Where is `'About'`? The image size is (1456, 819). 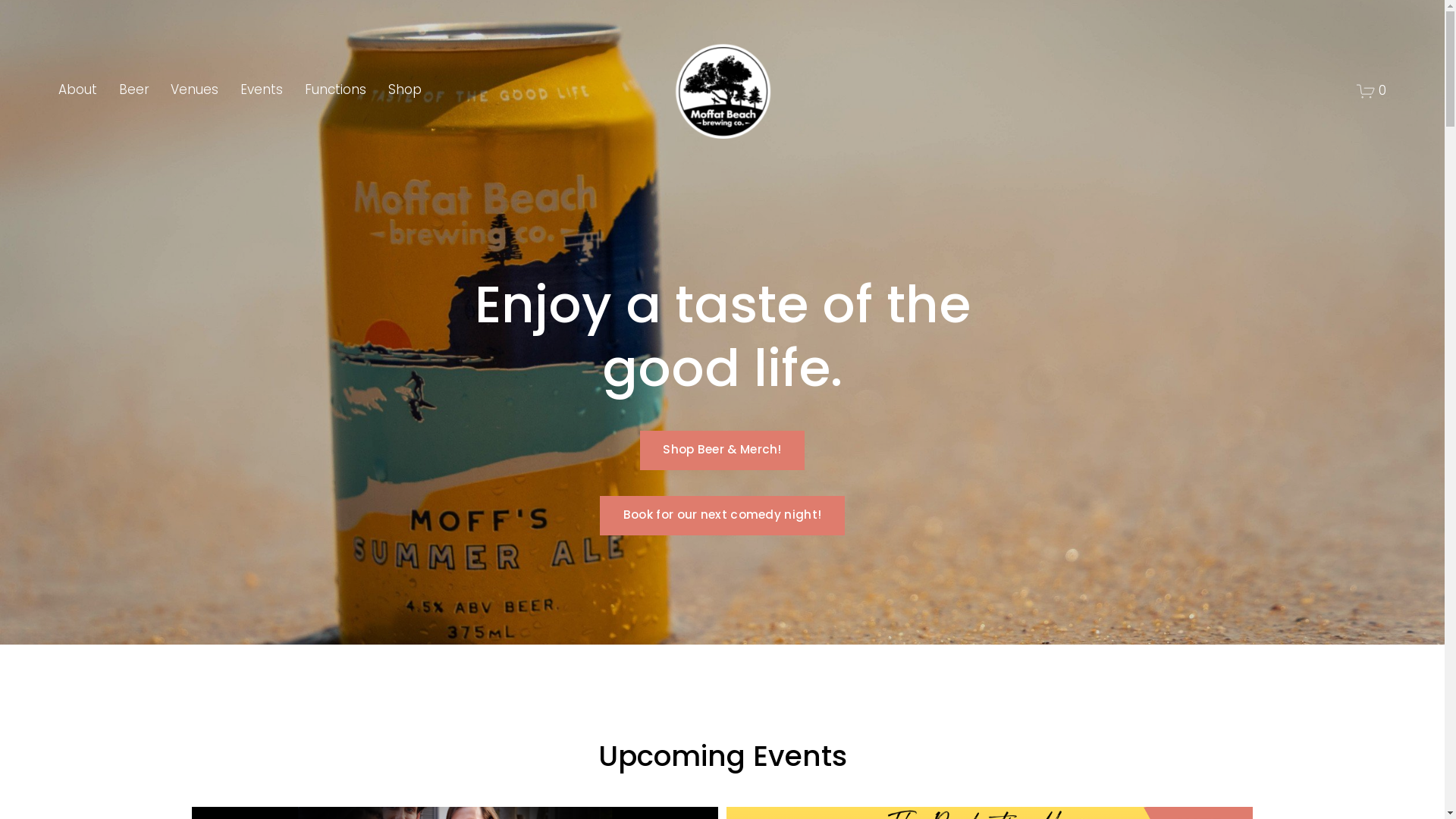
'About' is located at coordinates (77, 90).